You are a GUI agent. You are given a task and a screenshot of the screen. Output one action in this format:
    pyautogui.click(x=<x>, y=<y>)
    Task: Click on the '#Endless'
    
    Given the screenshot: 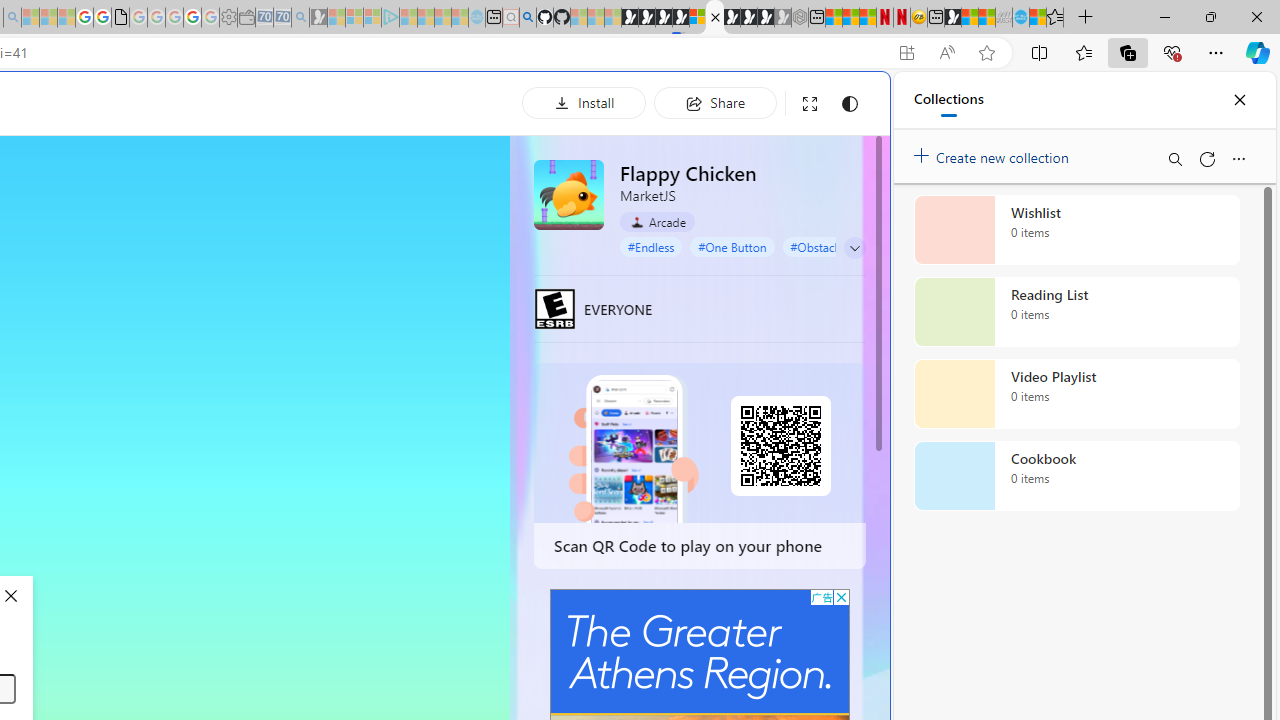 What is the action you would take?
    pyautogui.click(x=651, y=245)
    